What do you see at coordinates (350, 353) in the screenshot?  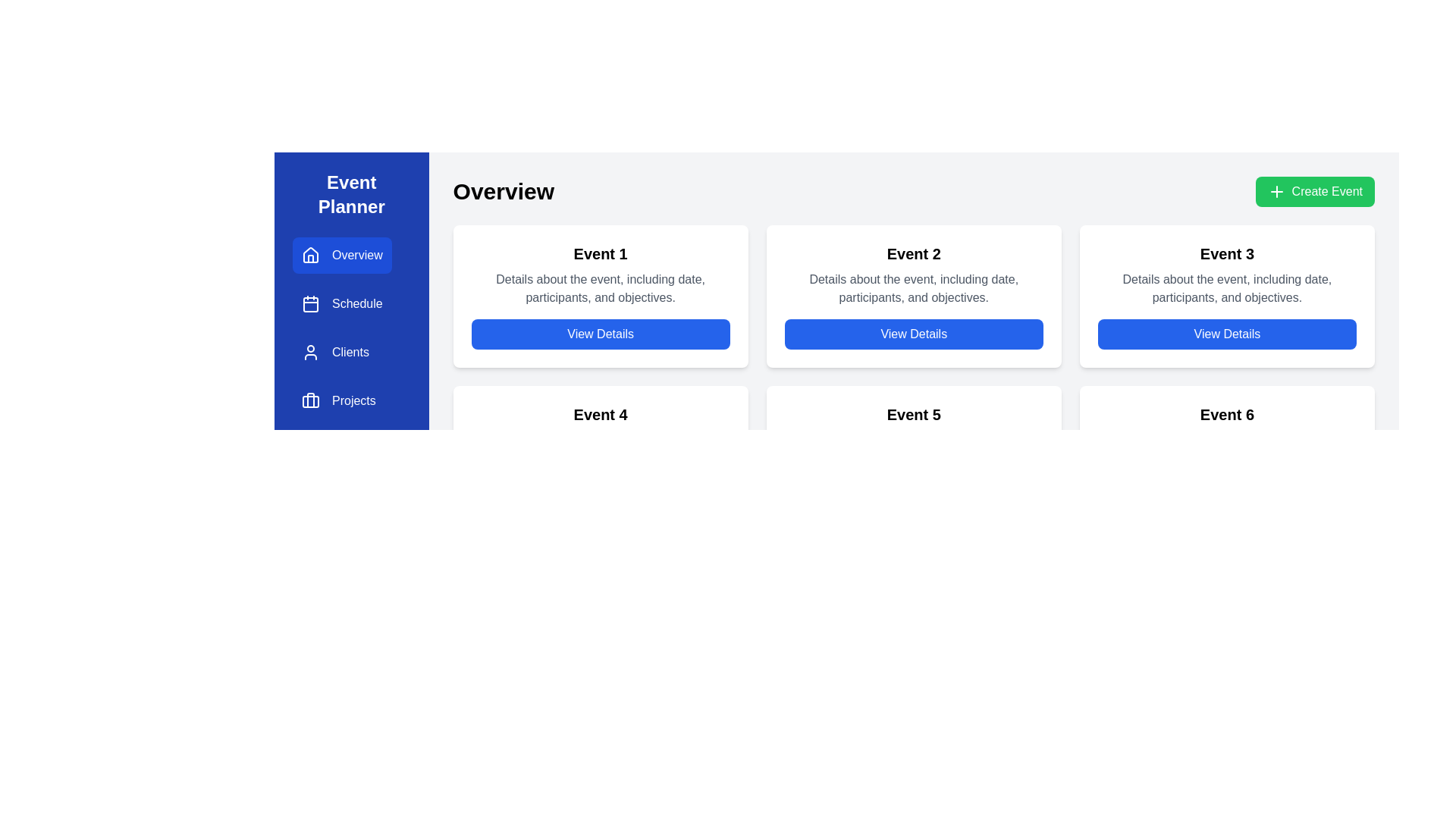 I see `the 'Clients' text label in the vertical navigation menu, which is the third item below 'Schedule' and above 'Projects'` at bounding box center [350, 353].